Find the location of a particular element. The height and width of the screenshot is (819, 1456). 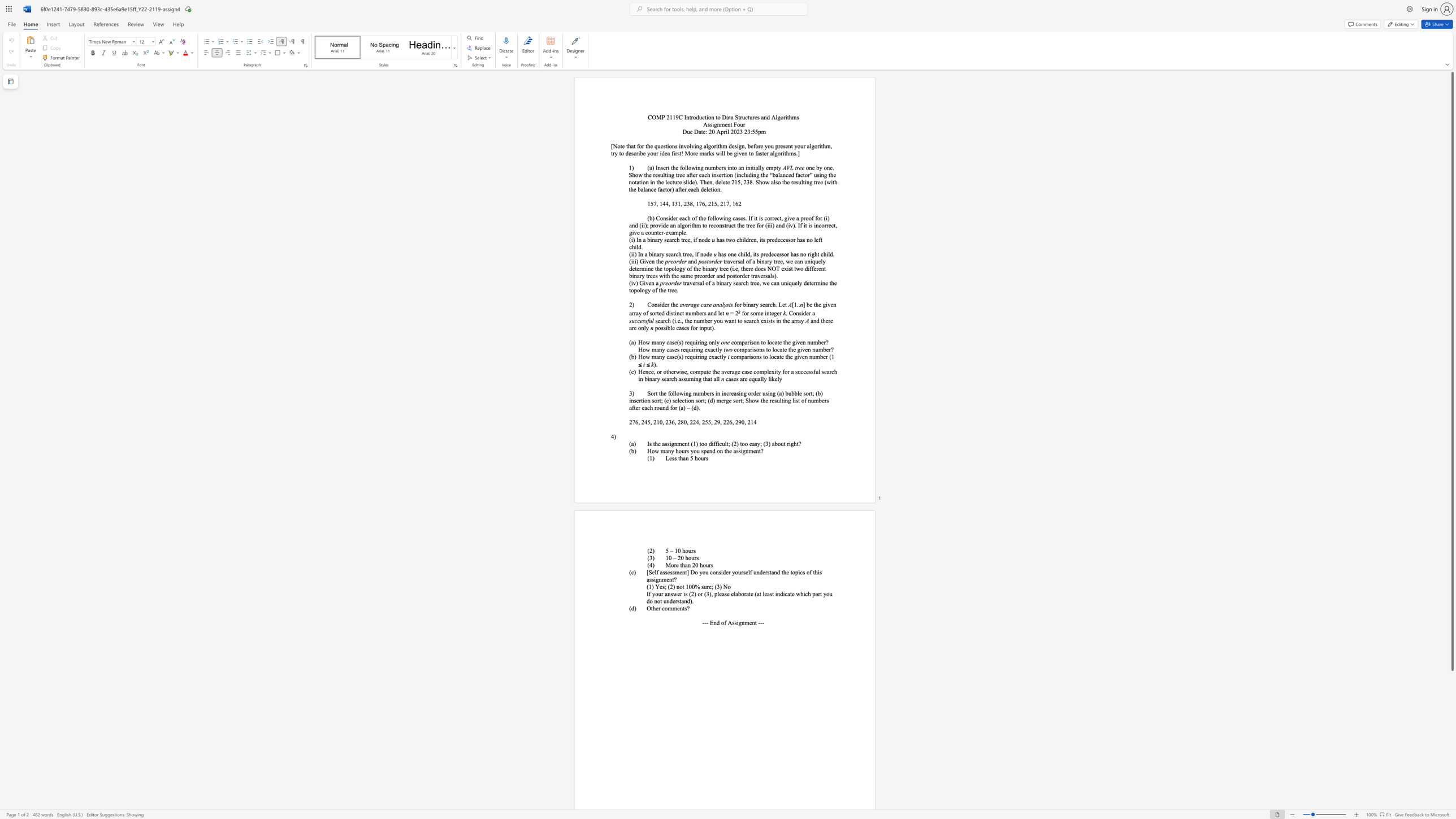

the subset text "Date: 2" within the text "Due Date: 20 April 2023 23:55pm" is located at coordinates (694, 131).